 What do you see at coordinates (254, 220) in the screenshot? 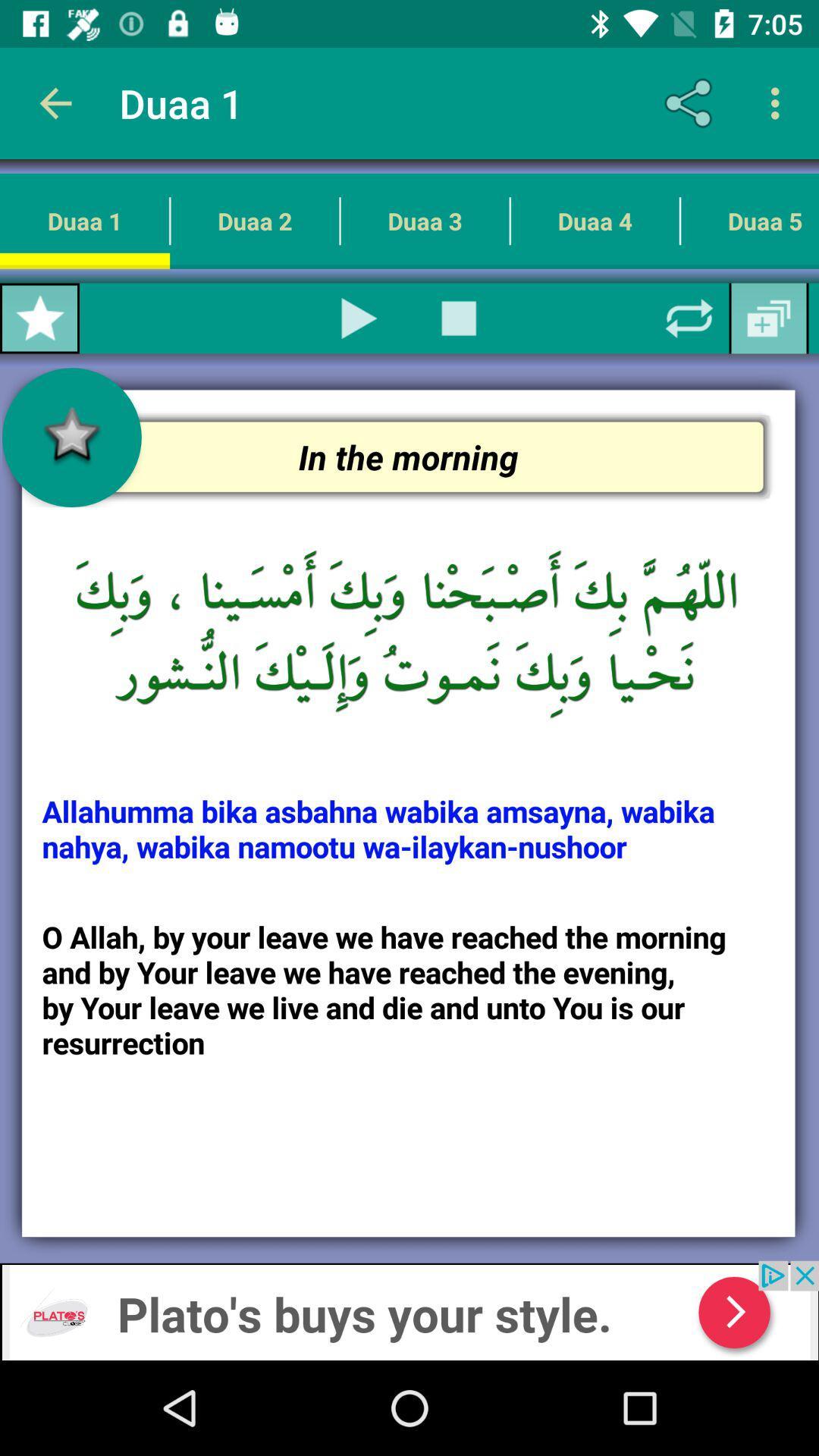
I see `duaa 2 item` at bounding box center [254, 220].